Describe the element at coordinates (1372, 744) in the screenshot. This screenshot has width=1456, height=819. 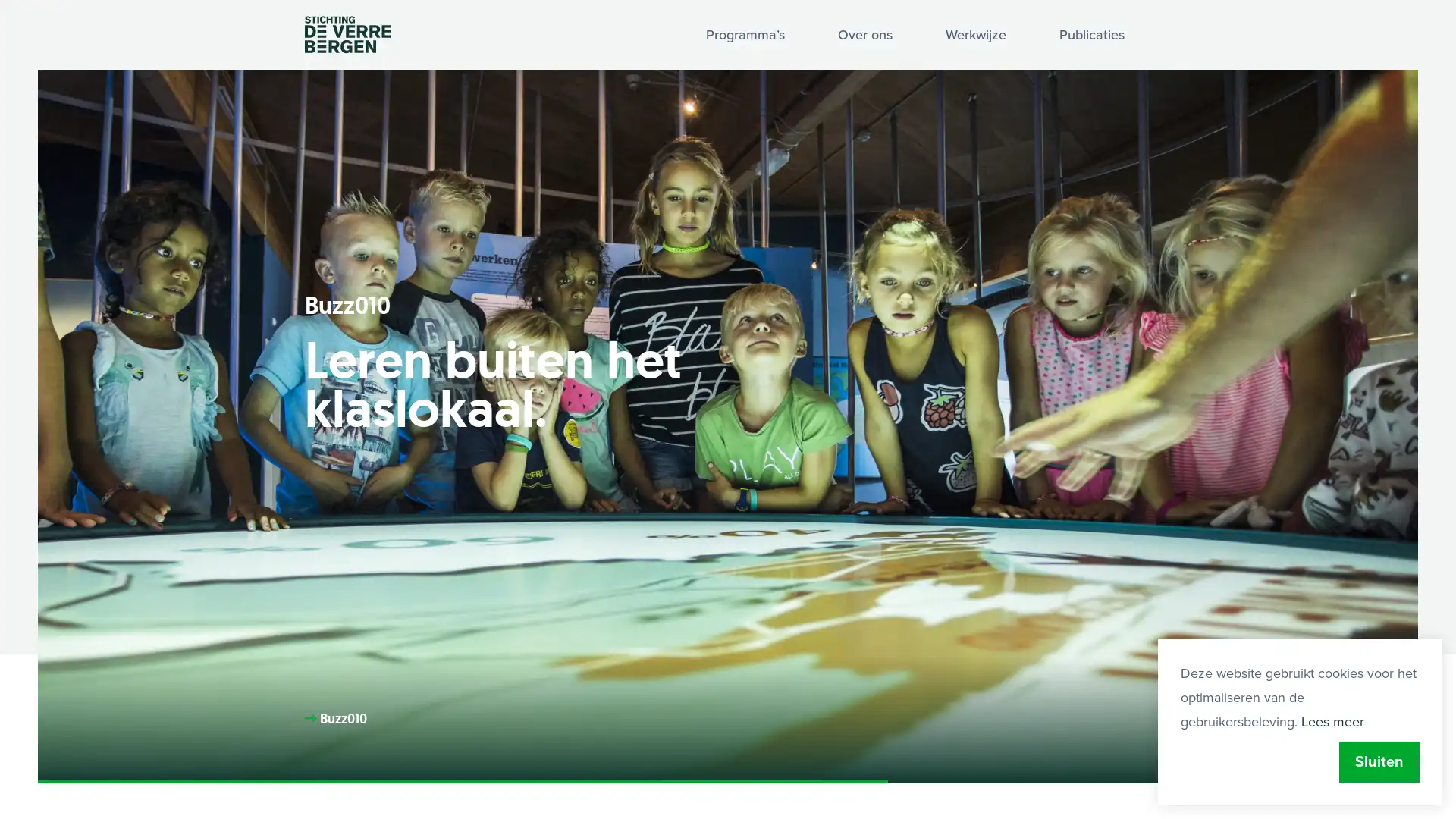
I see `Next` at that location.